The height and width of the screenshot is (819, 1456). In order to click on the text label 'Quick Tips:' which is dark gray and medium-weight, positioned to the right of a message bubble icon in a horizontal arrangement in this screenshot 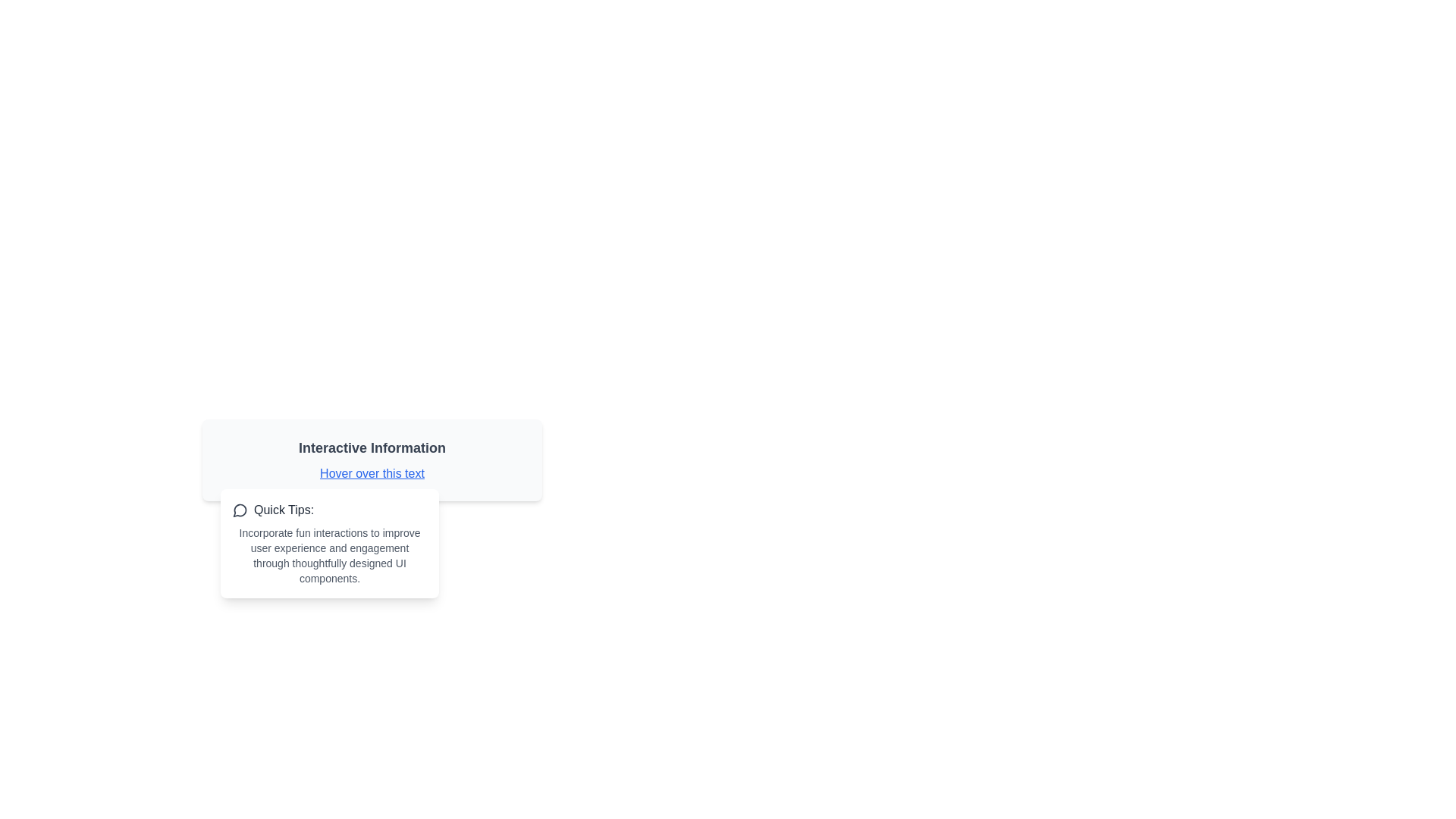, I will do `click(284, 510)`.